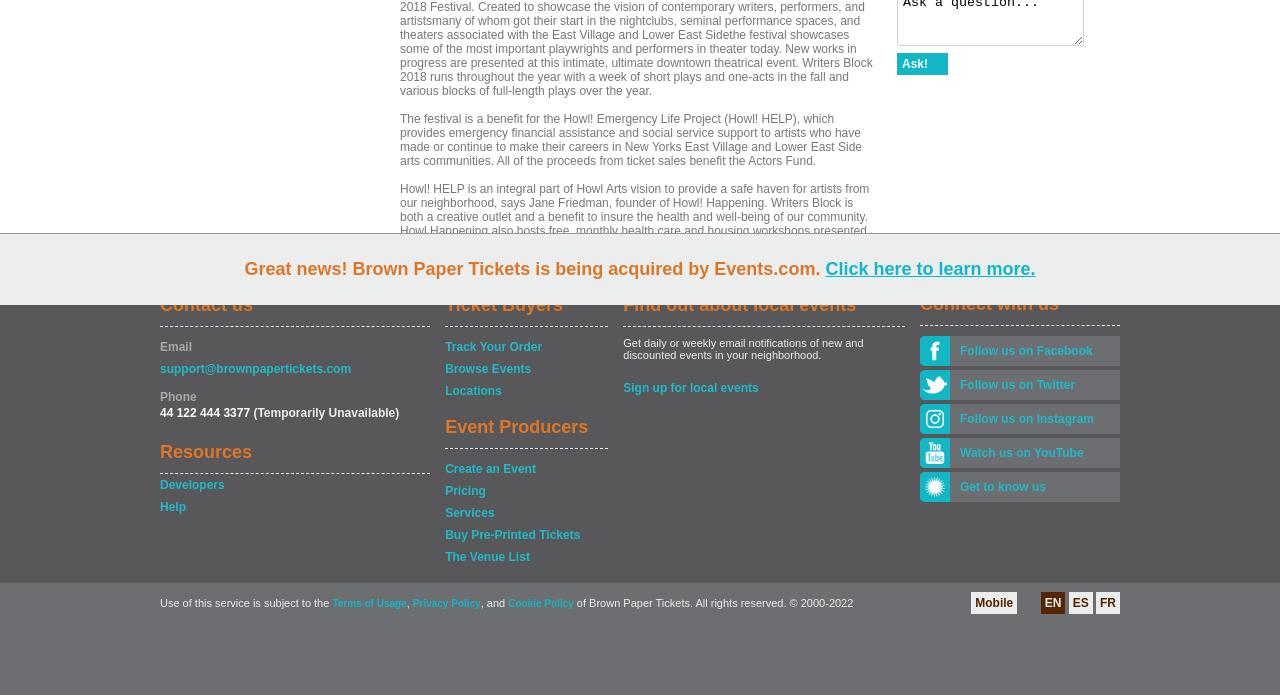  Describe the element at coordinates (480, 602) in the screenshot. I see `', and'` at that location.